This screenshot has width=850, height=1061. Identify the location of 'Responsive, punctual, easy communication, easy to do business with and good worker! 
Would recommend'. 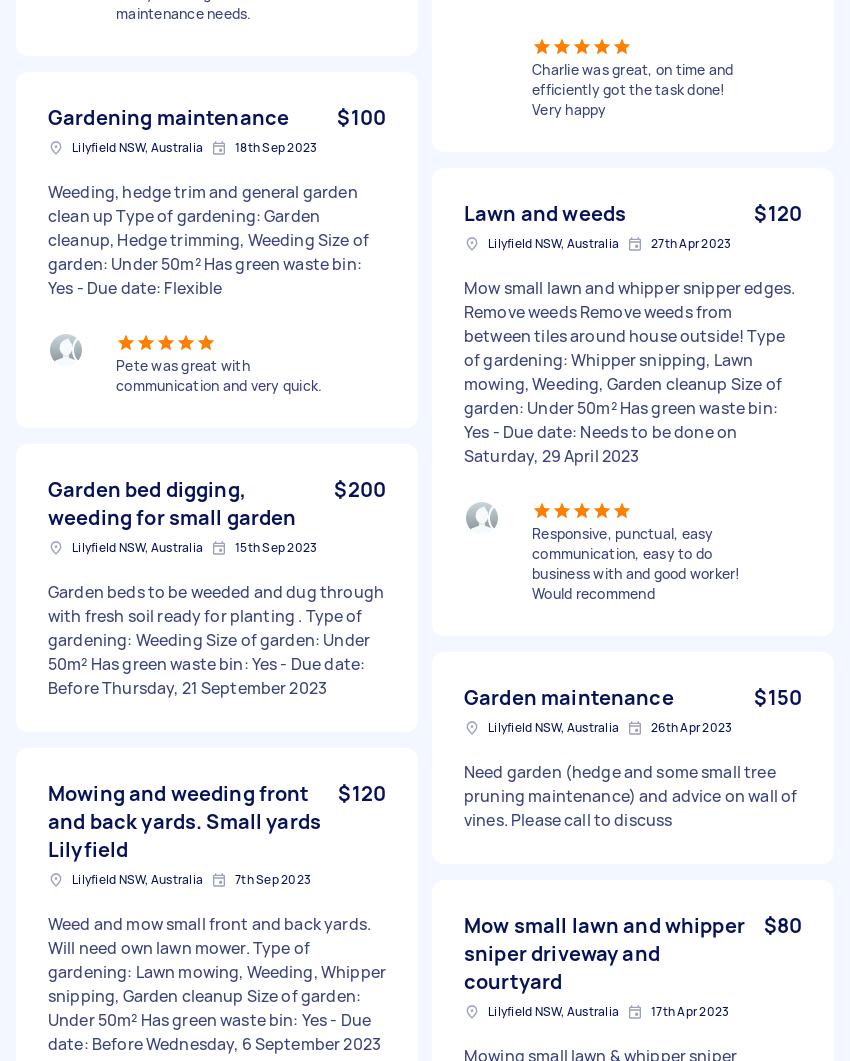
(634, 562).